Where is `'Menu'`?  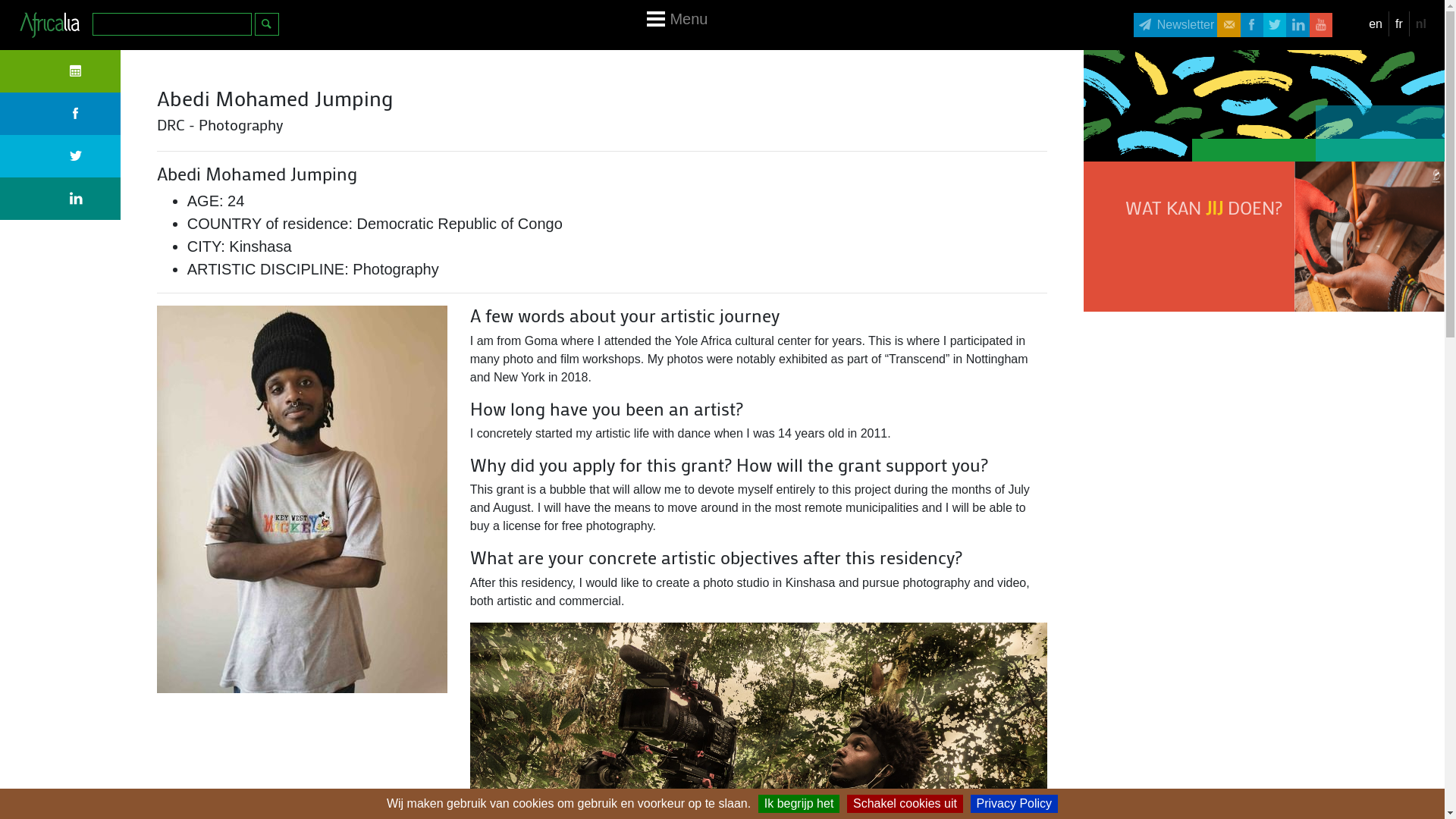 'Menu' is located at coordinates (687, 25).